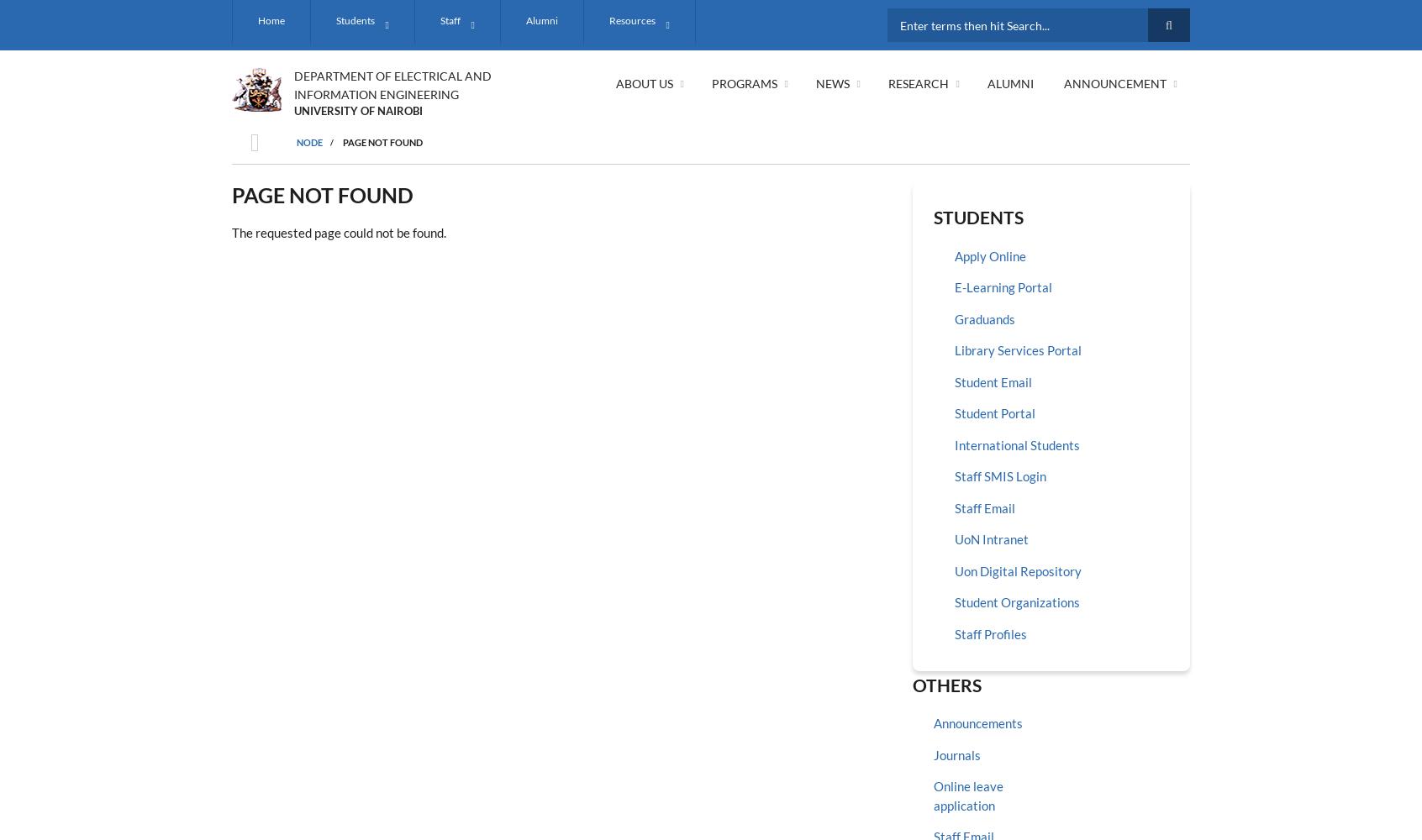 The image size is (1422, 840). I want to click on 'The requested page could not be found.', so click(339, 233).